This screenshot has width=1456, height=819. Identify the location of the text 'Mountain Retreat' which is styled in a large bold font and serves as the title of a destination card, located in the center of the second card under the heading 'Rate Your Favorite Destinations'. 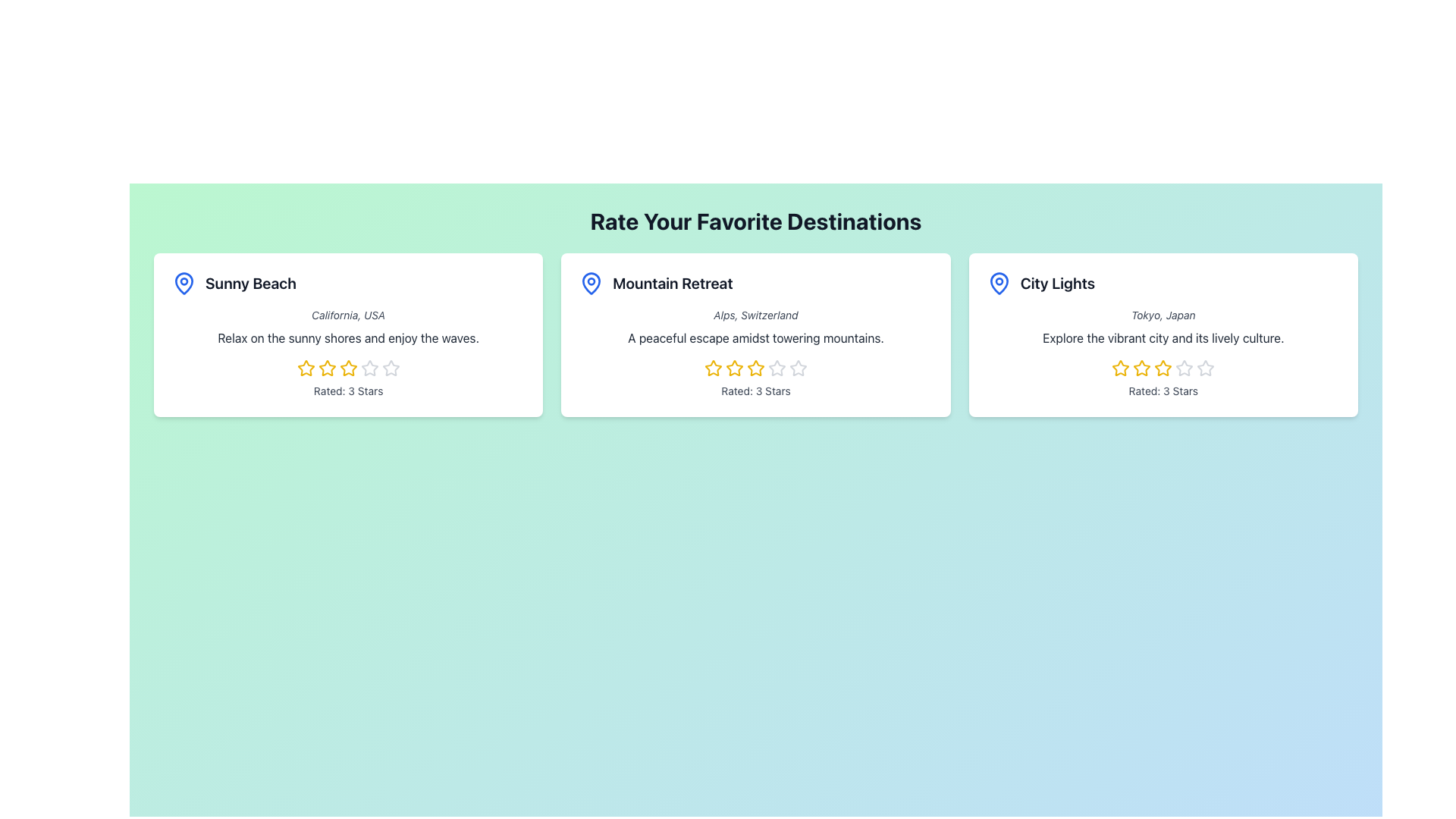
(672, 284).